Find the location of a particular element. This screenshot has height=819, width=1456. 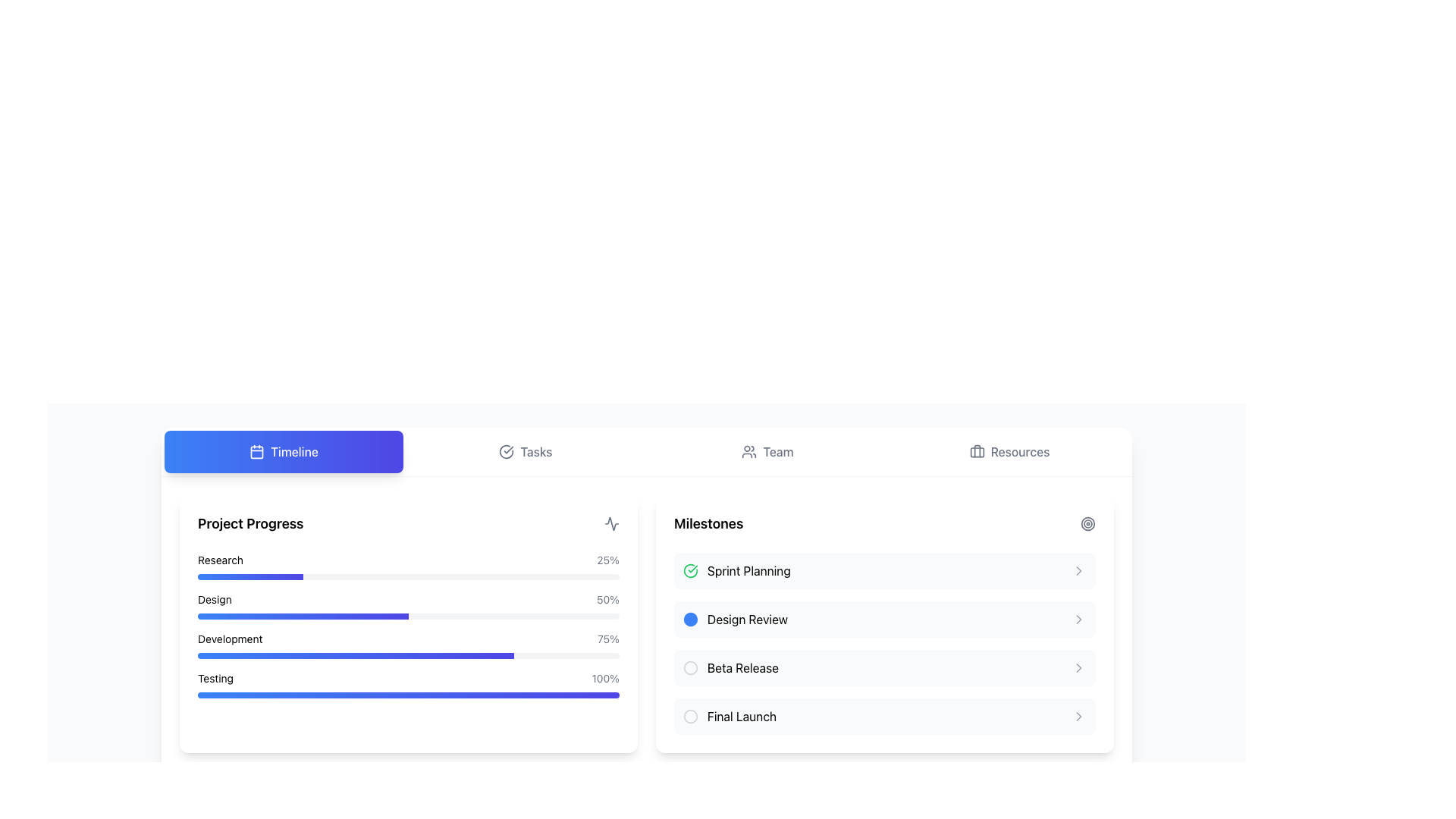

the Navigation chevron icon located in the 'Milestones' section, which is positioned to the far right of the 'Design Review' milestone entry is located at coordinates (1078, 620).